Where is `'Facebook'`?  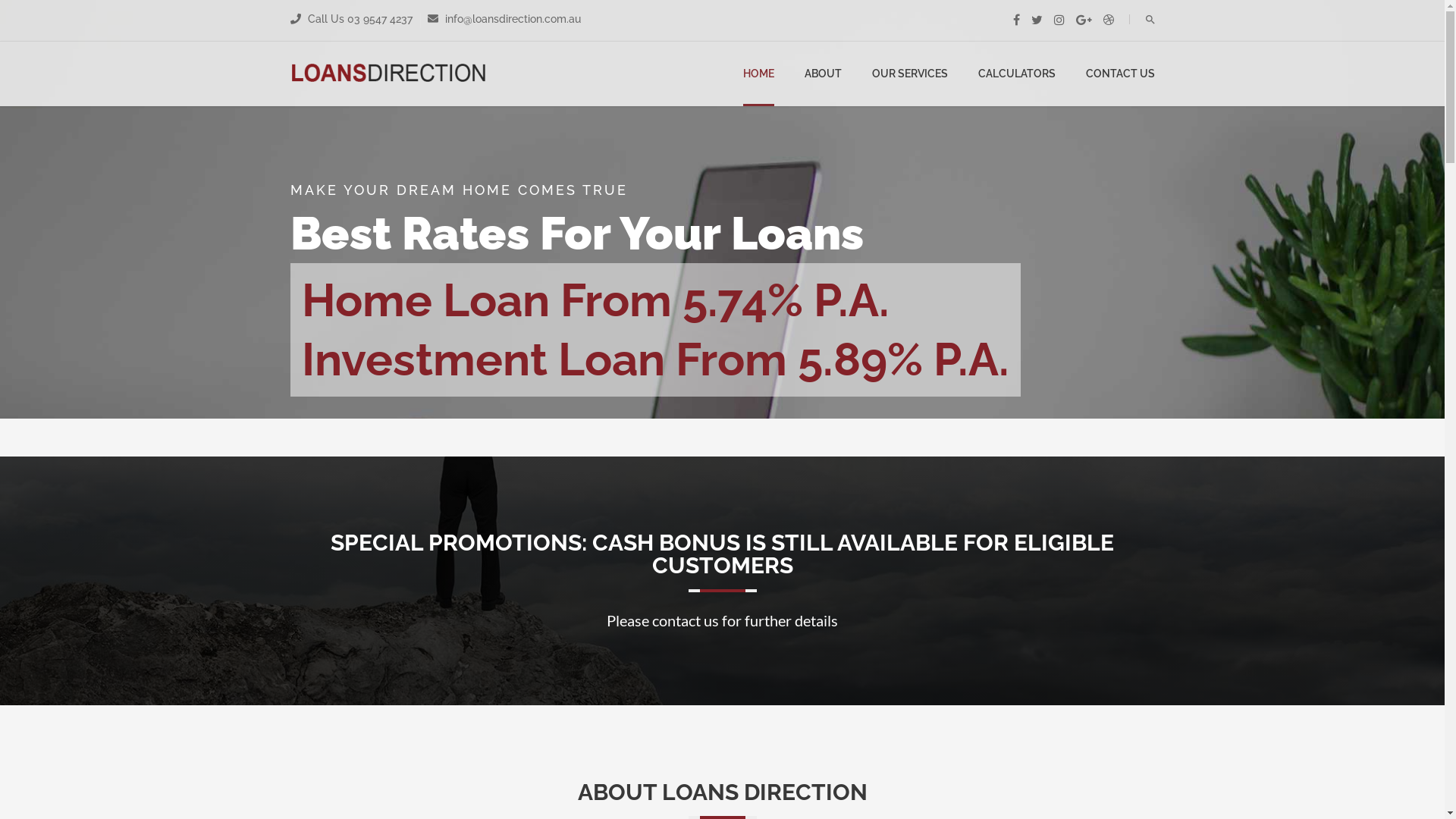 'Facebook' is located at coordinates (1016, 20).